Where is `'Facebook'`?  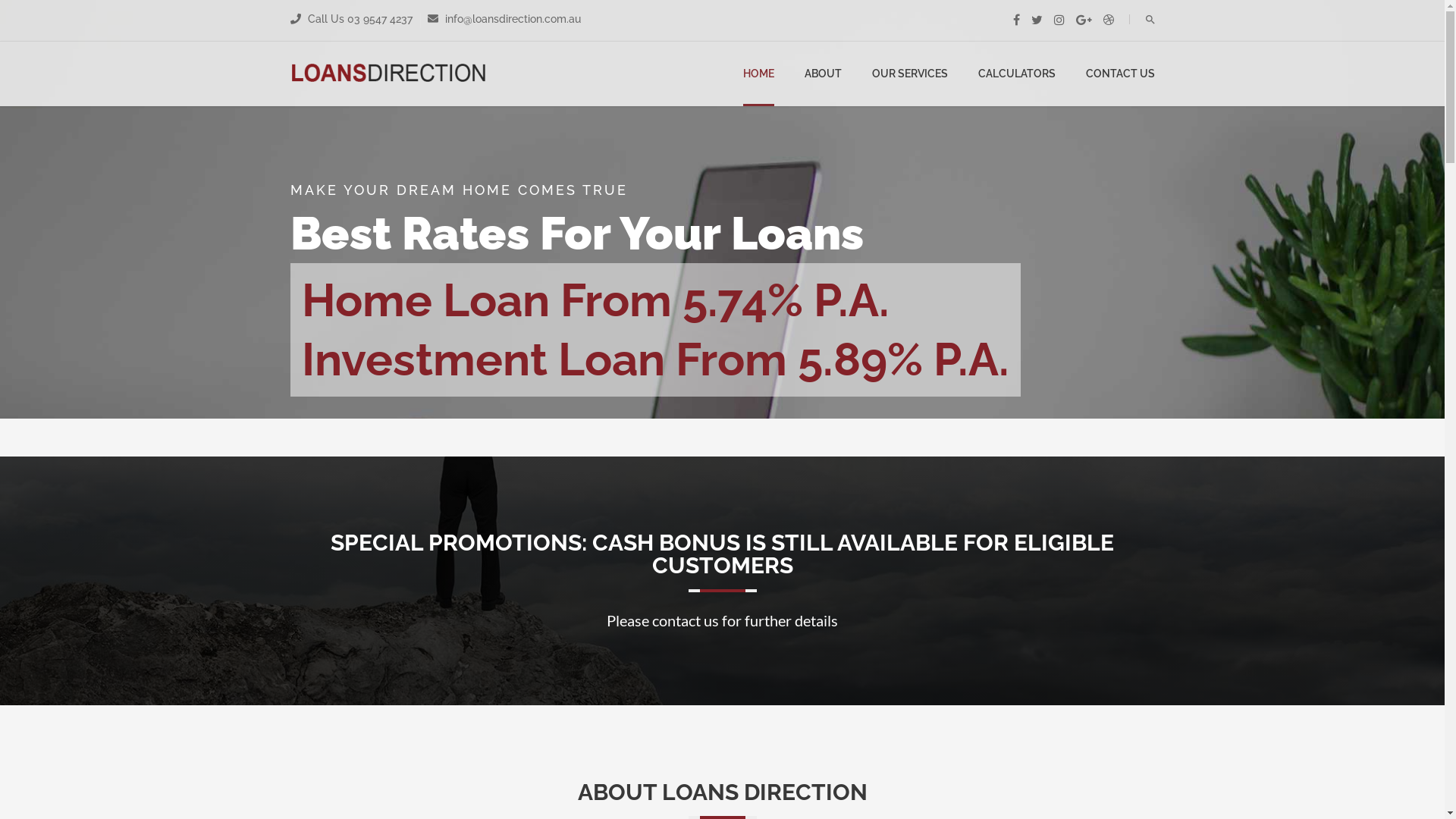 'Facebook' is located at coordinates (1016, 20).